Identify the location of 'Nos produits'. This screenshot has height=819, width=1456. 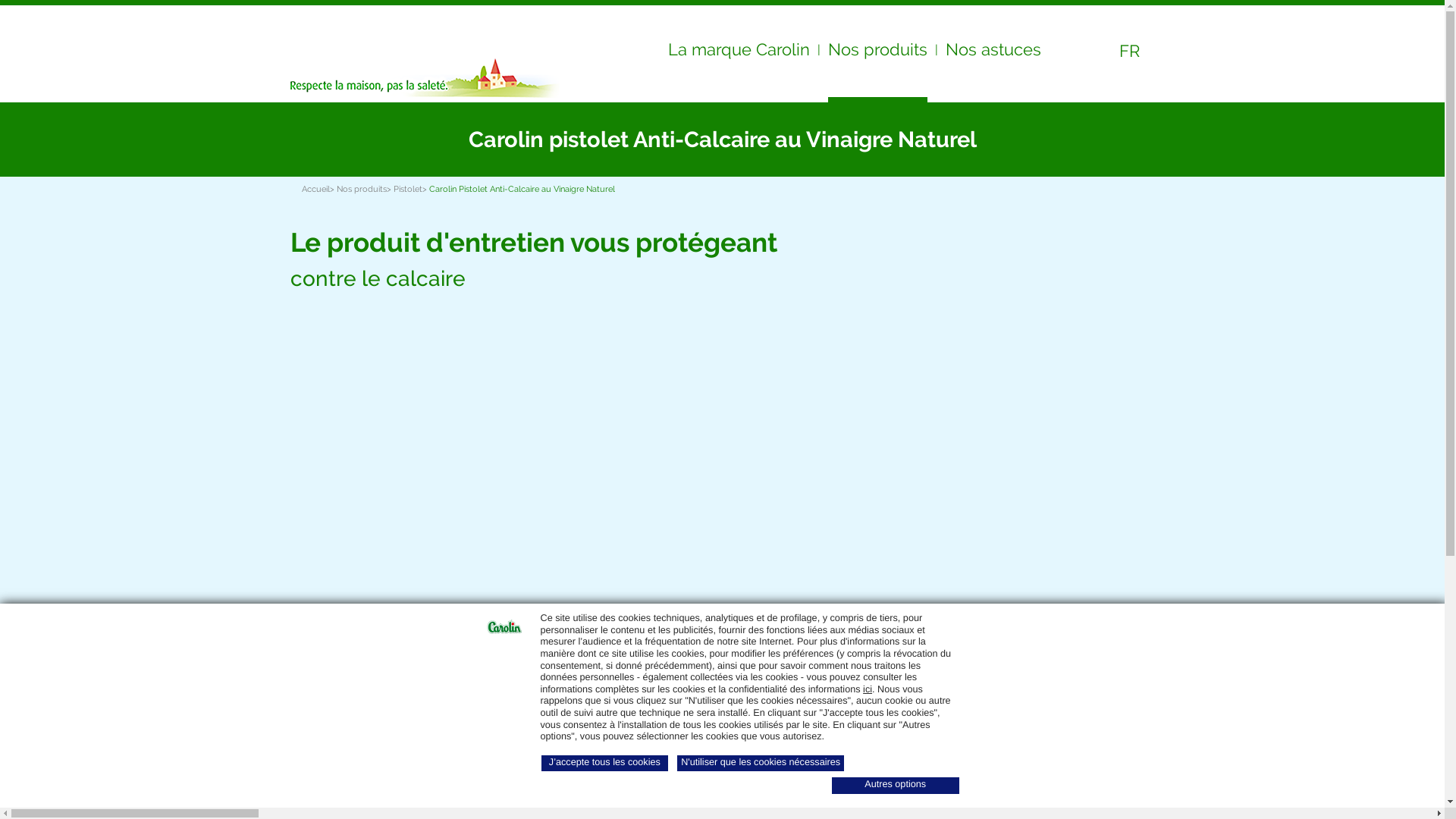
(360, 188).